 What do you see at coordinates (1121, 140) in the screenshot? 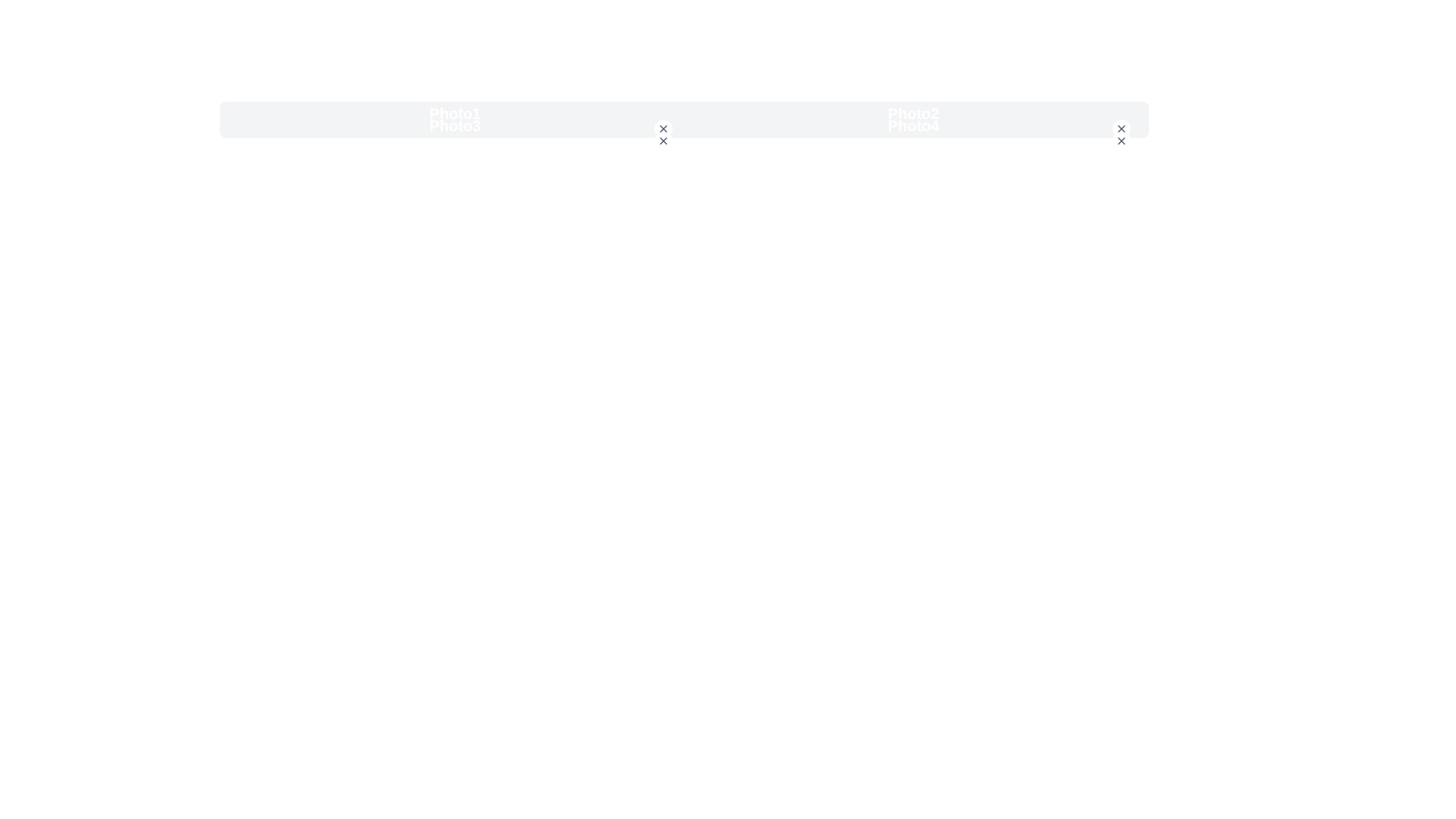
I see `the small 'X' icon used for close action in the top-right corner of the list item labeled 'Photo2 Photo4'` at bounding box center [1121, 140].